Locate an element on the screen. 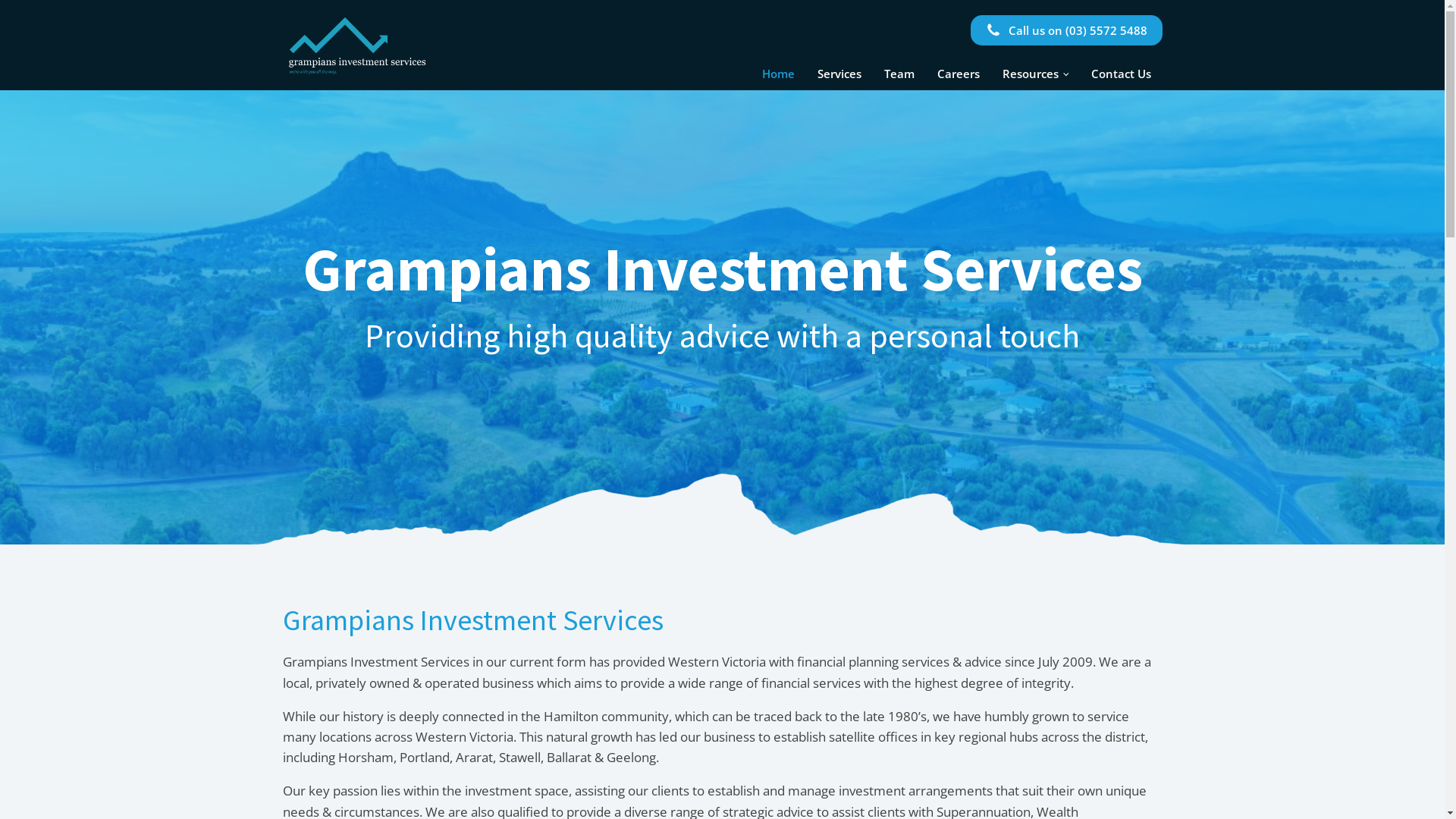 Image resolution: width=1456 pixels, height=819 pixels. 'Call us on (03) 5572 5488' is located at coordinates (1065, 30).